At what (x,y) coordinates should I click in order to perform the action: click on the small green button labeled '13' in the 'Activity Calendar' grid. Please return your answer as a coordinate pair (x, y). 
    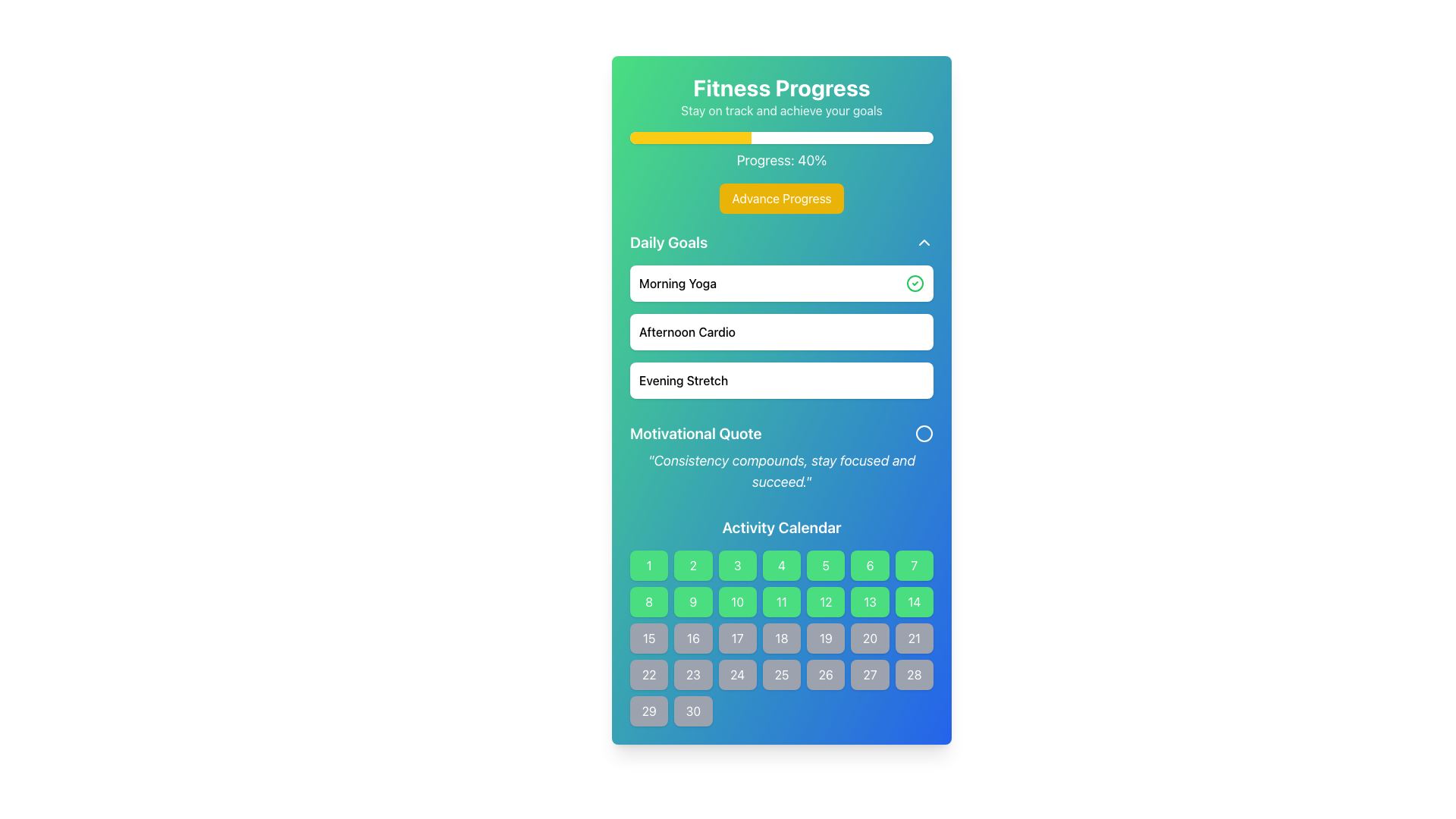
    Looking at the image, I should click on (870, 601).